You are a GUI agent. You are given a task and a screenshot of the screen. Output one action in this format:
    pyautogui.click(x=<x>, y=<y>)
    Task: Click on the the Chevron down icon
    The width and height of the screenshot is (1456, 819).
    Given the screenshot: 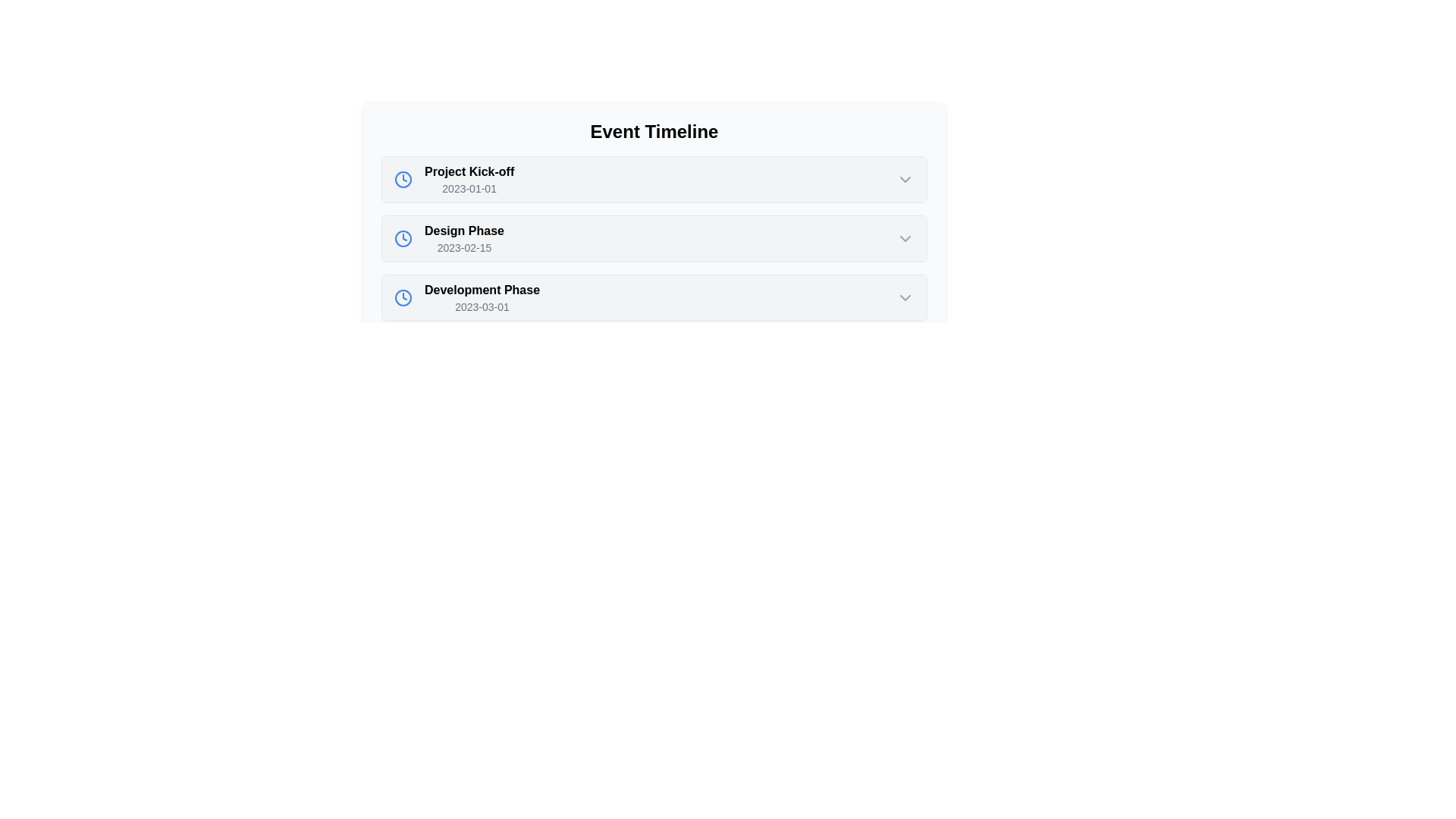 What is the action you would take?
    pyautogui.click(x=905, y=178)
    